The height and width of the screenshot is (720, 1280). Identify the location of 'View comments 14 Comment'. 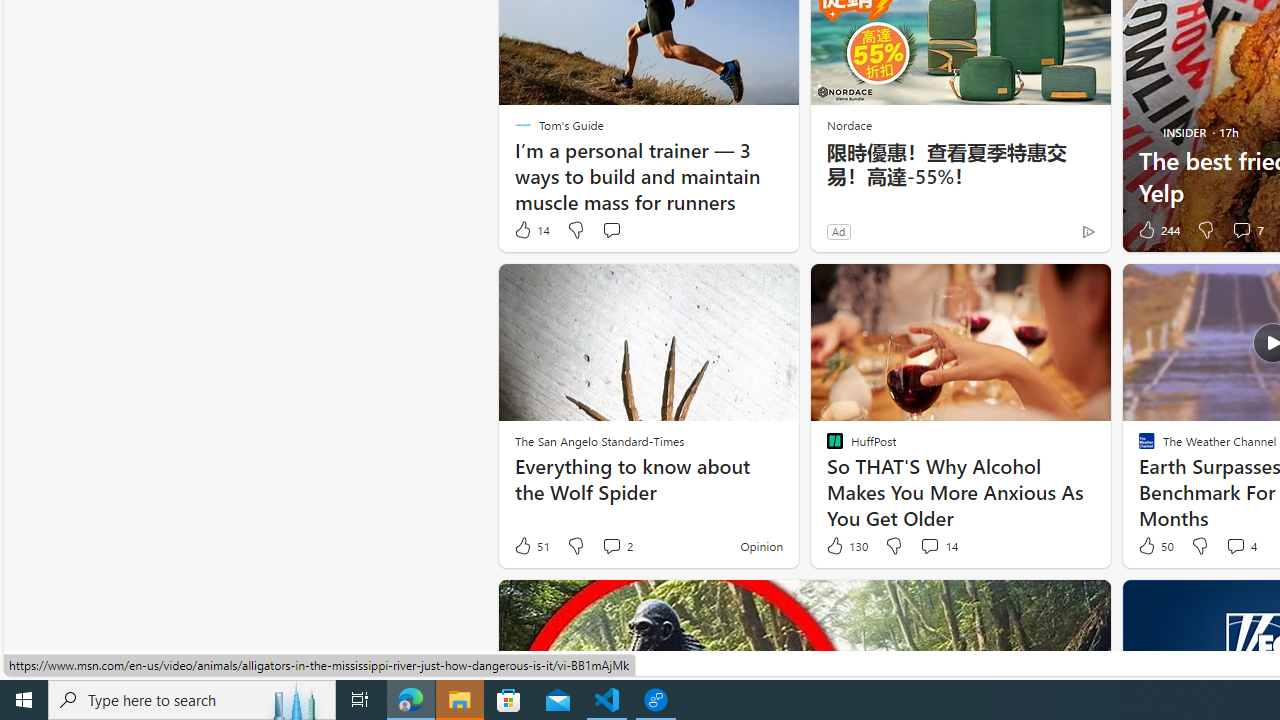
(928, 545).